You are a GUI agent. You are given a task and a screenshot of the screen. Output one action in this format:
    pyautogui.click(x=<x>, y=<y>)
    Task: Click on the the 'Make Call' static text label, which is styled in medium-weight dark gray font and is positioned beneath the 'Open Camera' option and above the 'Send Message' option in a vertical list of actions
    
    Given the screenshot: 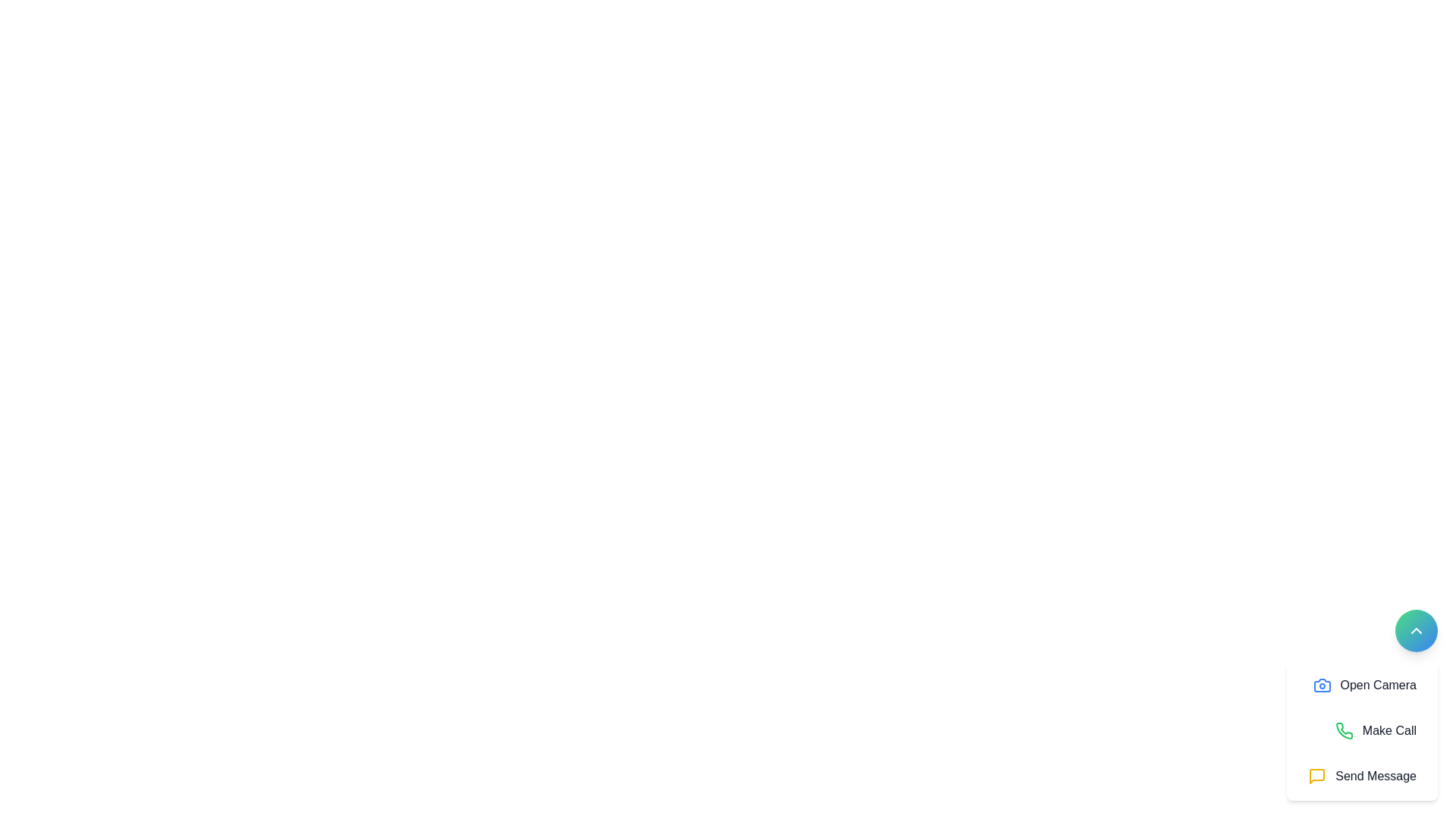 What is the action you would take?
    pyautogui.click(x=1389, y=730)
    